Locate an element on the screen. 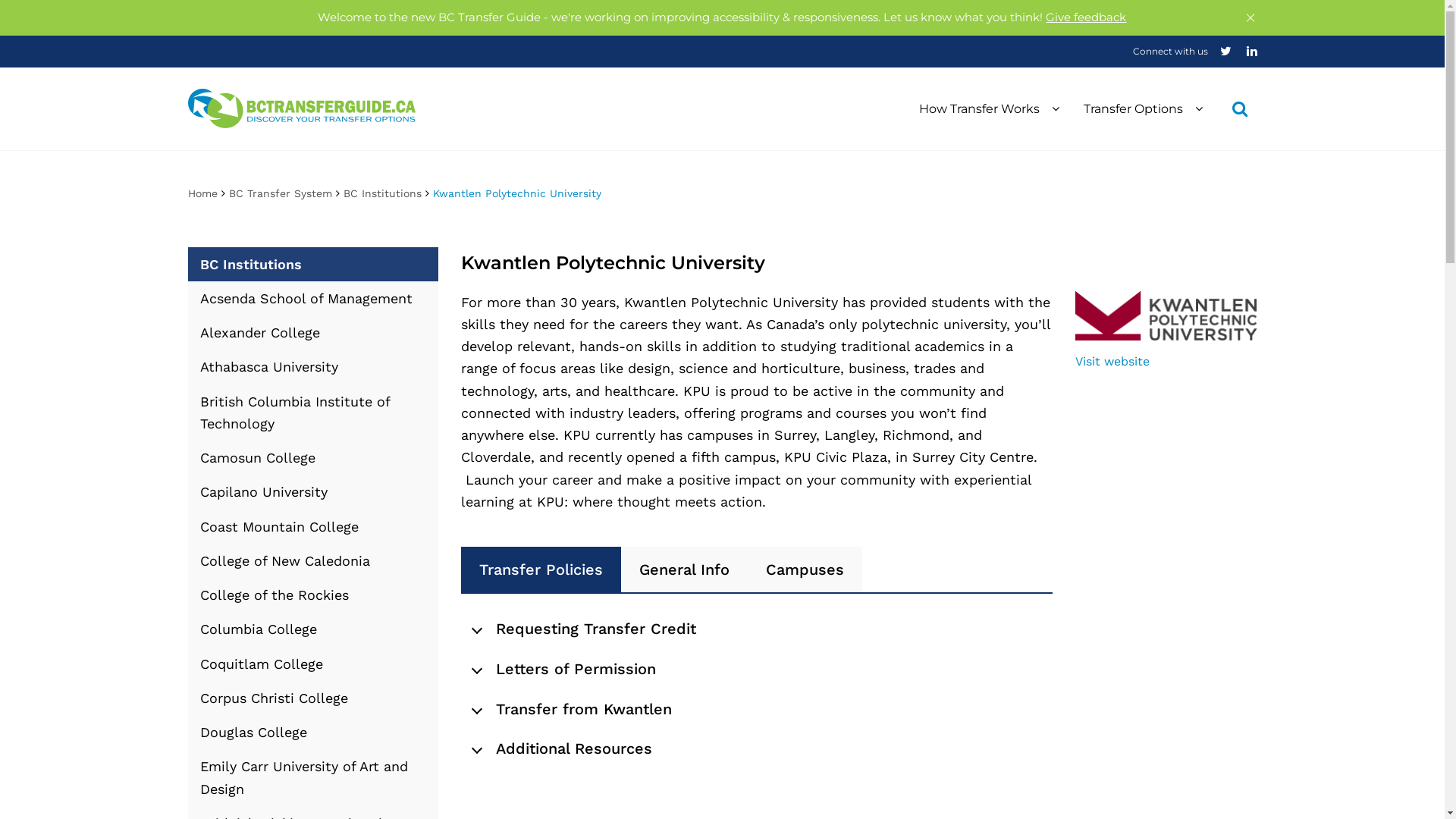 Image resolution: width=1456 pixels, height=819 pixels. 'Campuses' is located at coordinates (804, 570).